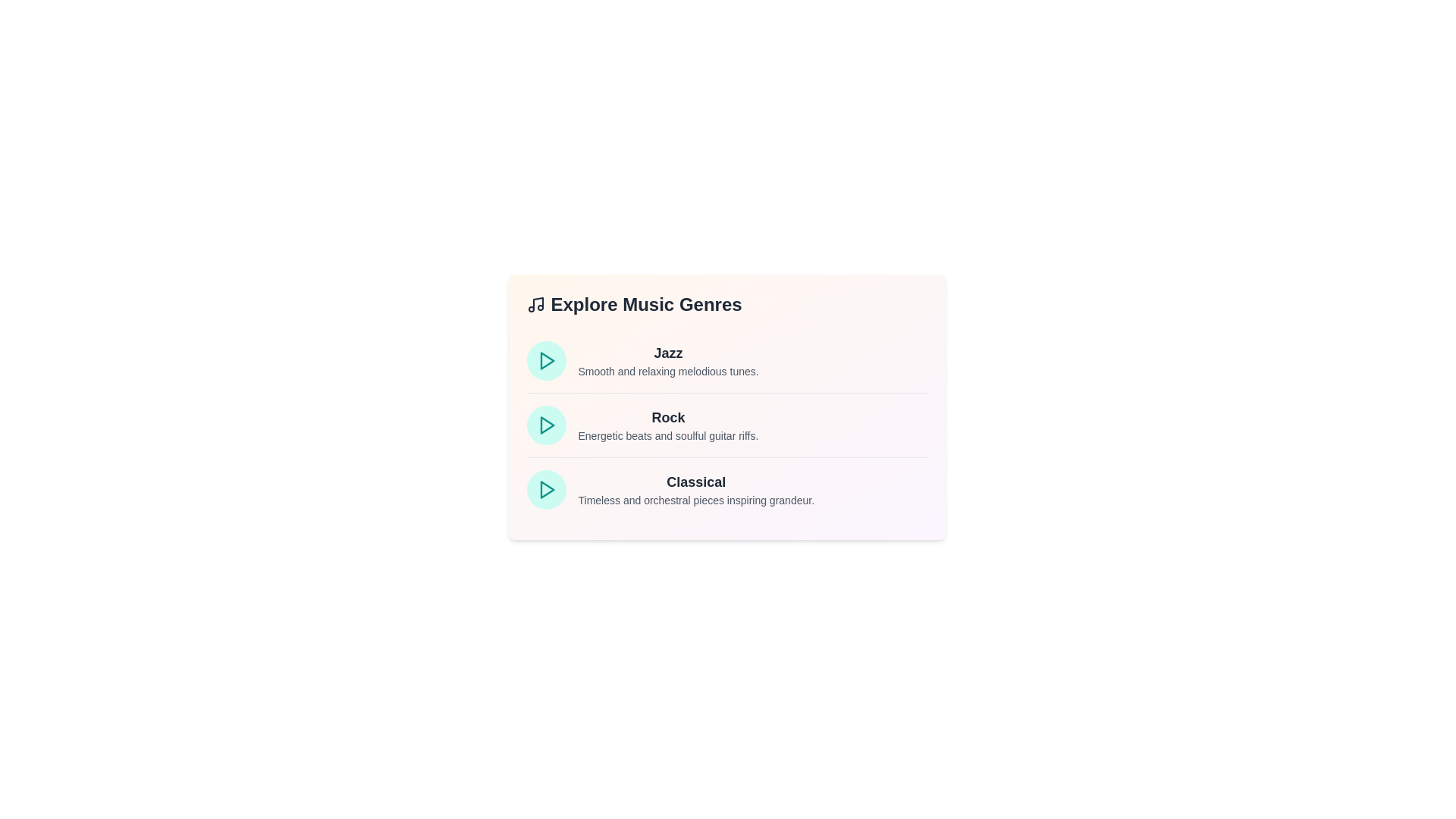 The image size is (1456, 819). I want to click on the genre name Classical to view its tooltip, so click(695, 482).